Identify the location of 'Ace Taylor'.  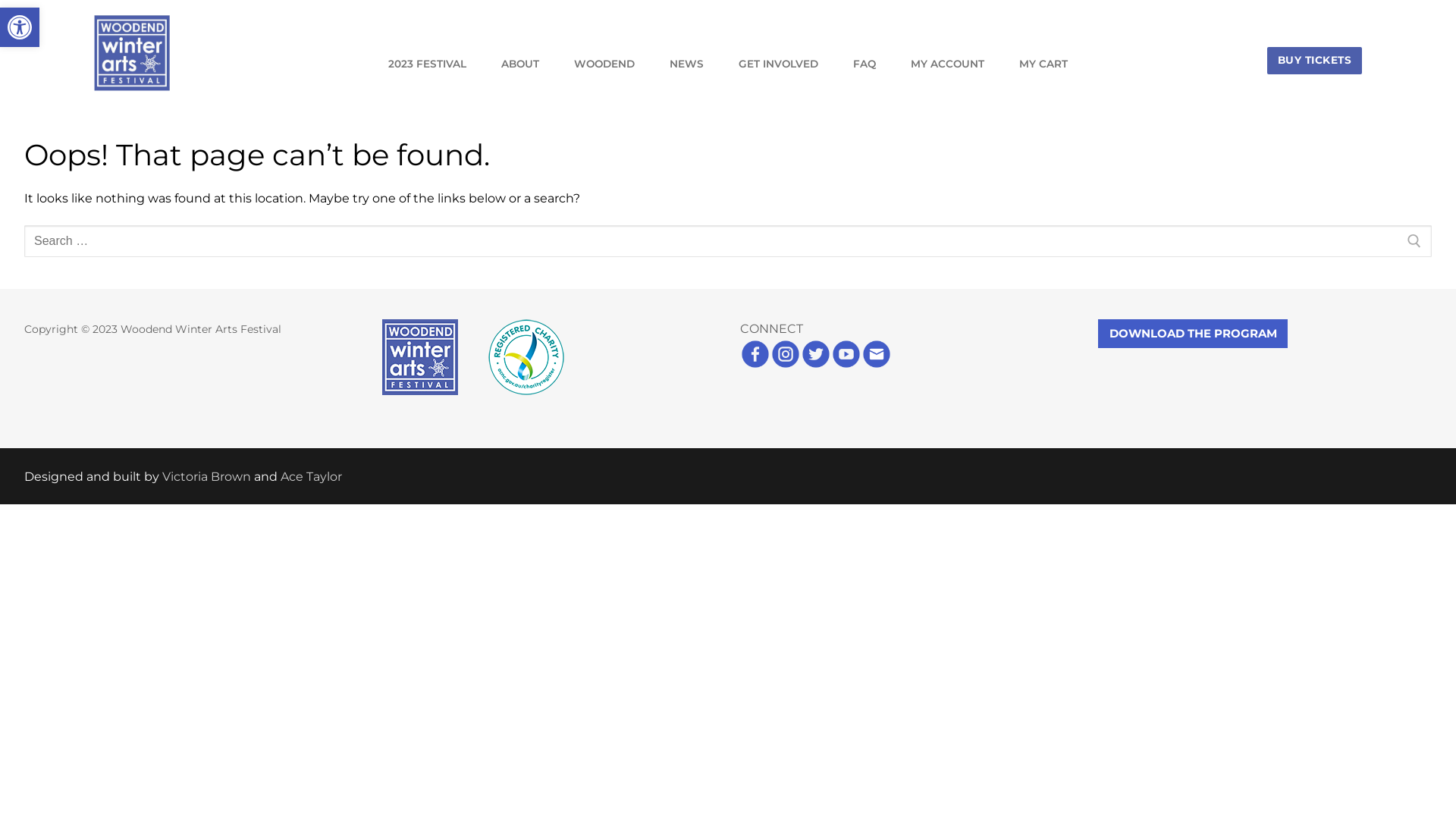
(310, 475).